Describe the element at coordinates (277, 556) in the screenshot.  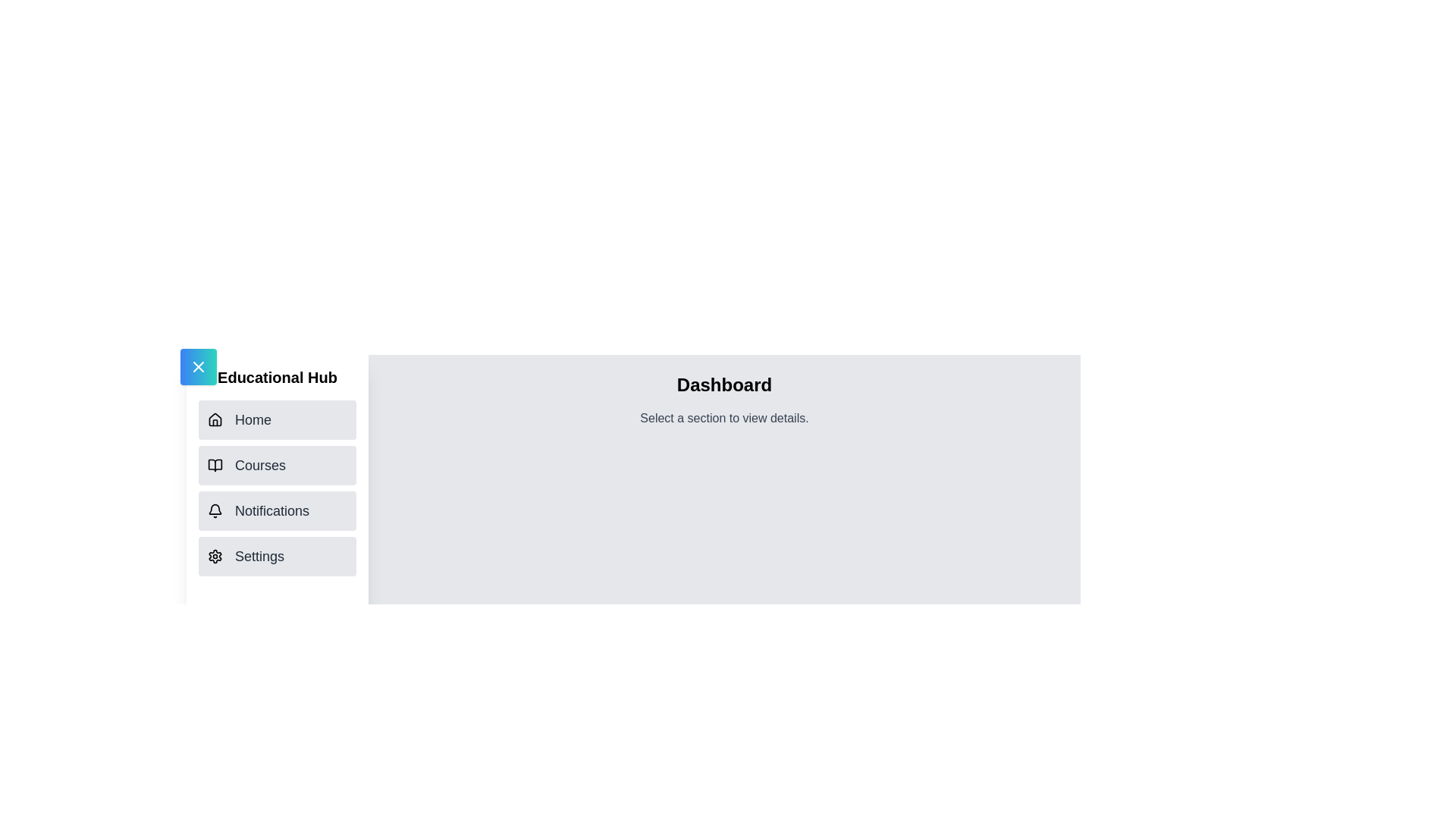
I see `the section Settings from the navigation list` at that location.